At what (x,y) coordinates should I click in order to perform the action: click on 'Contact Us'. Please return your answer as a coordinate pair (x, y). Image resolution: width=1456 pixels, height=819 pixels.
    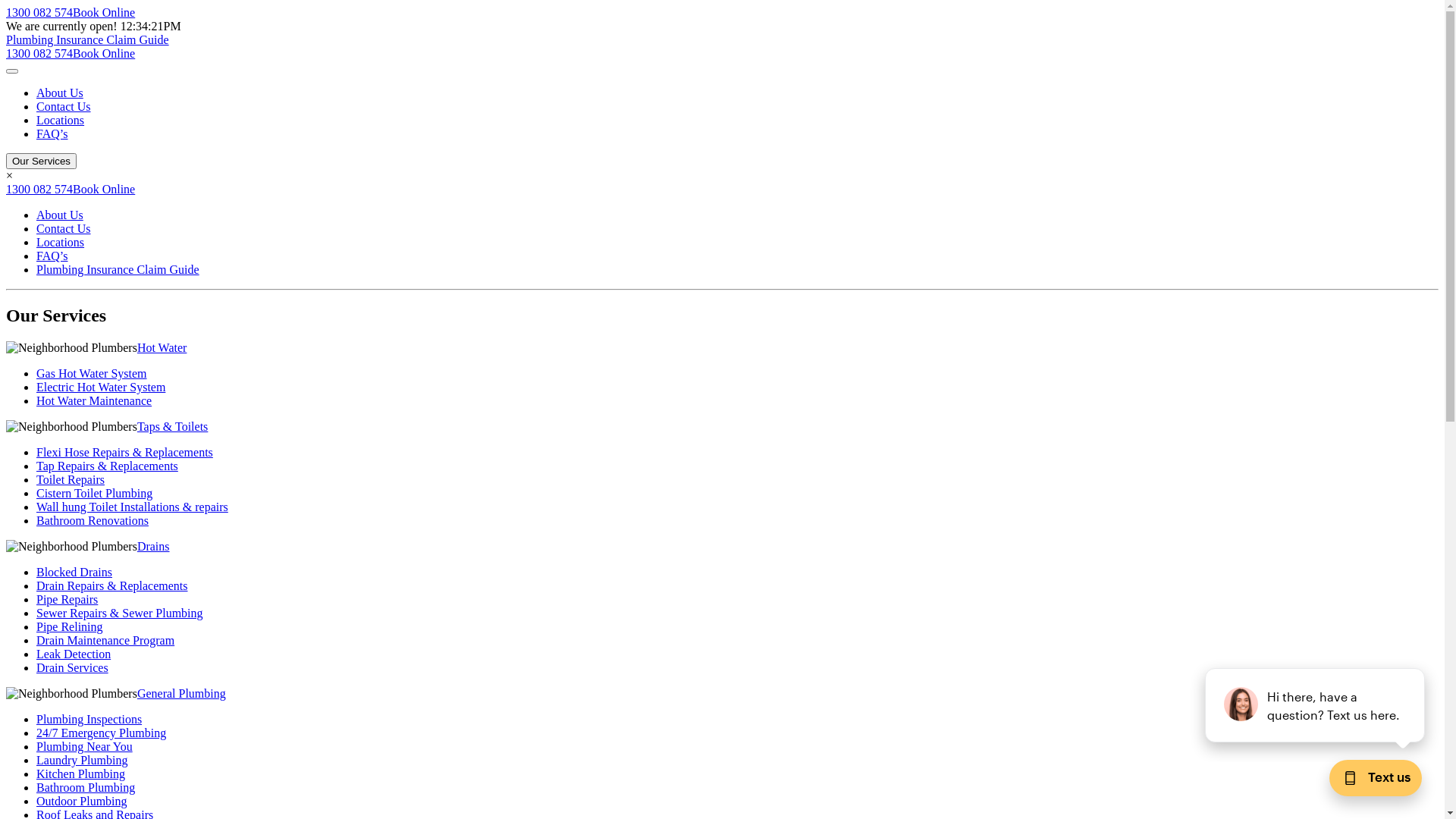
    Looking at the image, I should click on (62, 228).